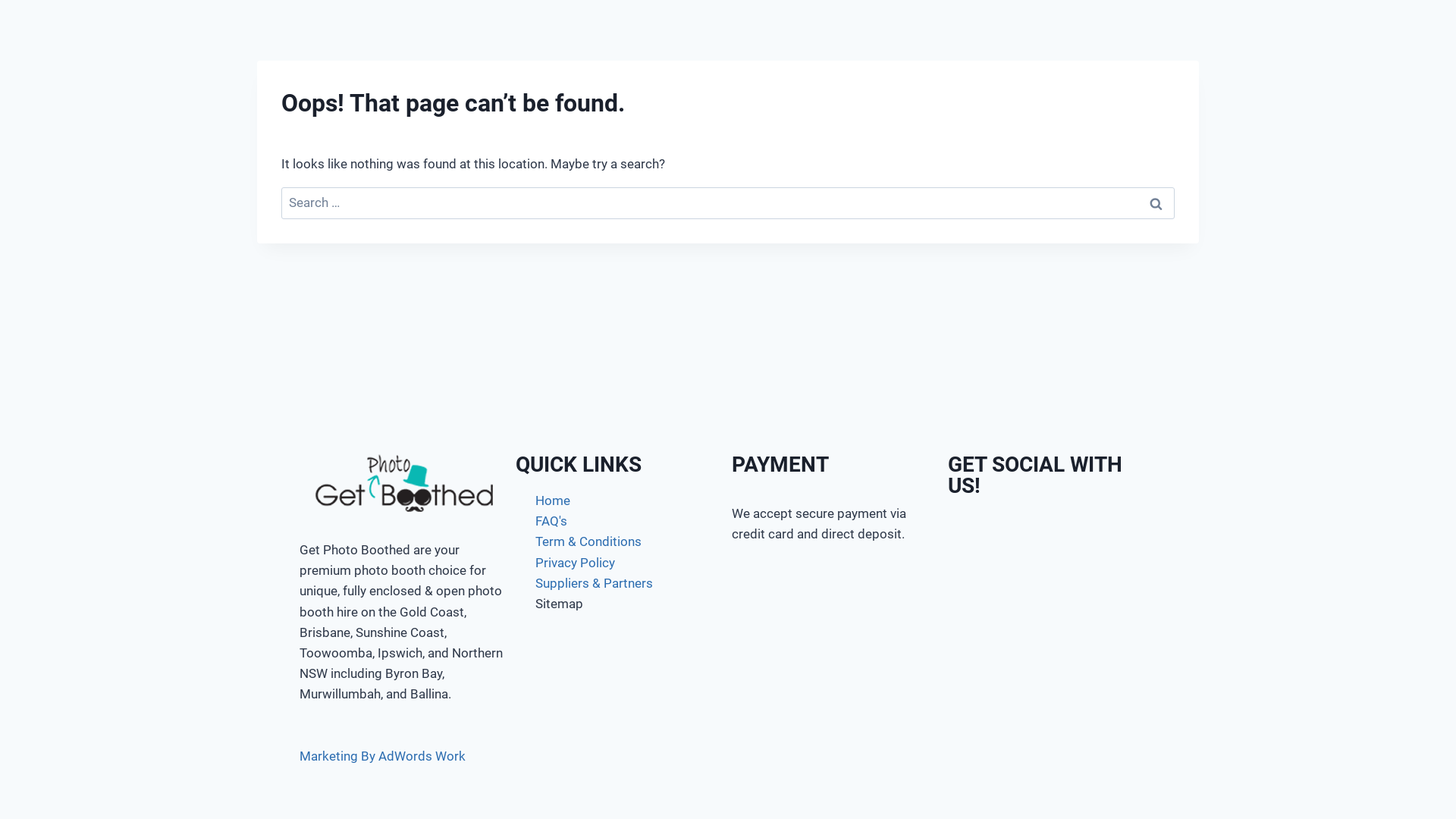  I want to click on 'FAQ's', so click(620, 520).